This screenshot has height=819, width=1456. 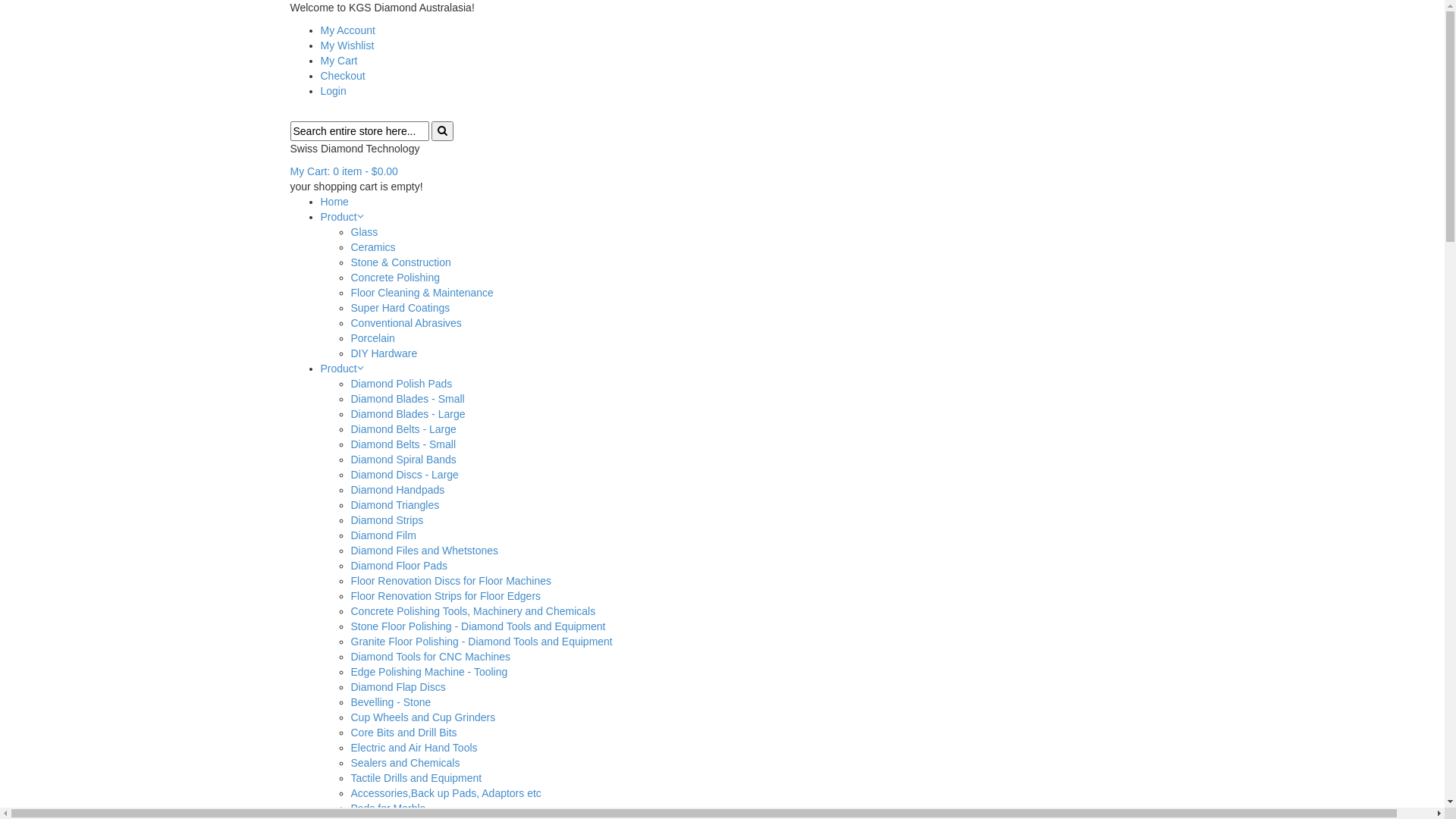 What do you see at coordinates (403, 731) in the screenshot?
I see `'Core Bits and Drill Bits'` at bounding box center [403, 731].